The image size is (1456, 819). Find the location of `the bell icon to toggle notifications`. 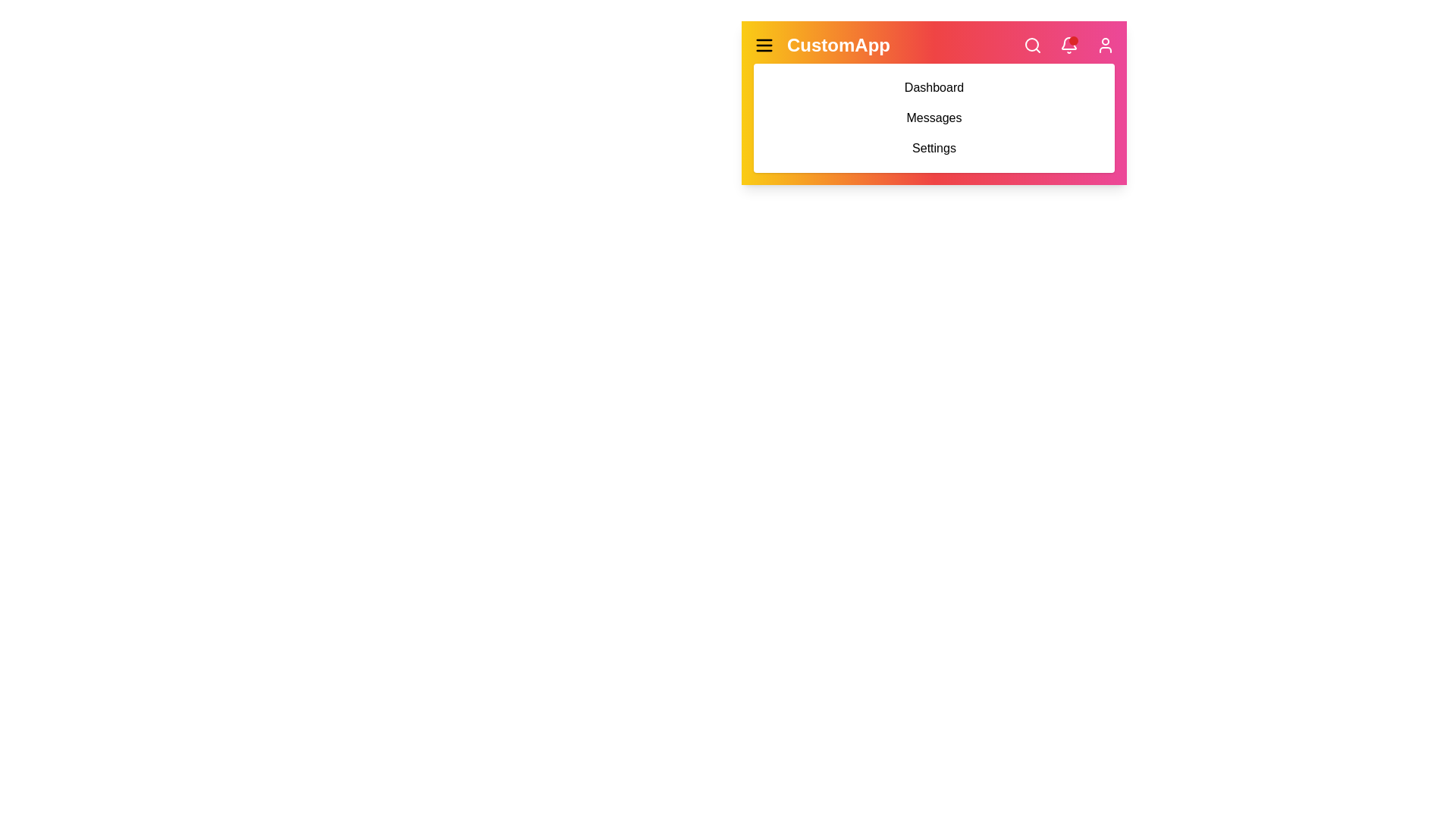

the bell icon to toggle notifications is located at coordinates (1068, 45).